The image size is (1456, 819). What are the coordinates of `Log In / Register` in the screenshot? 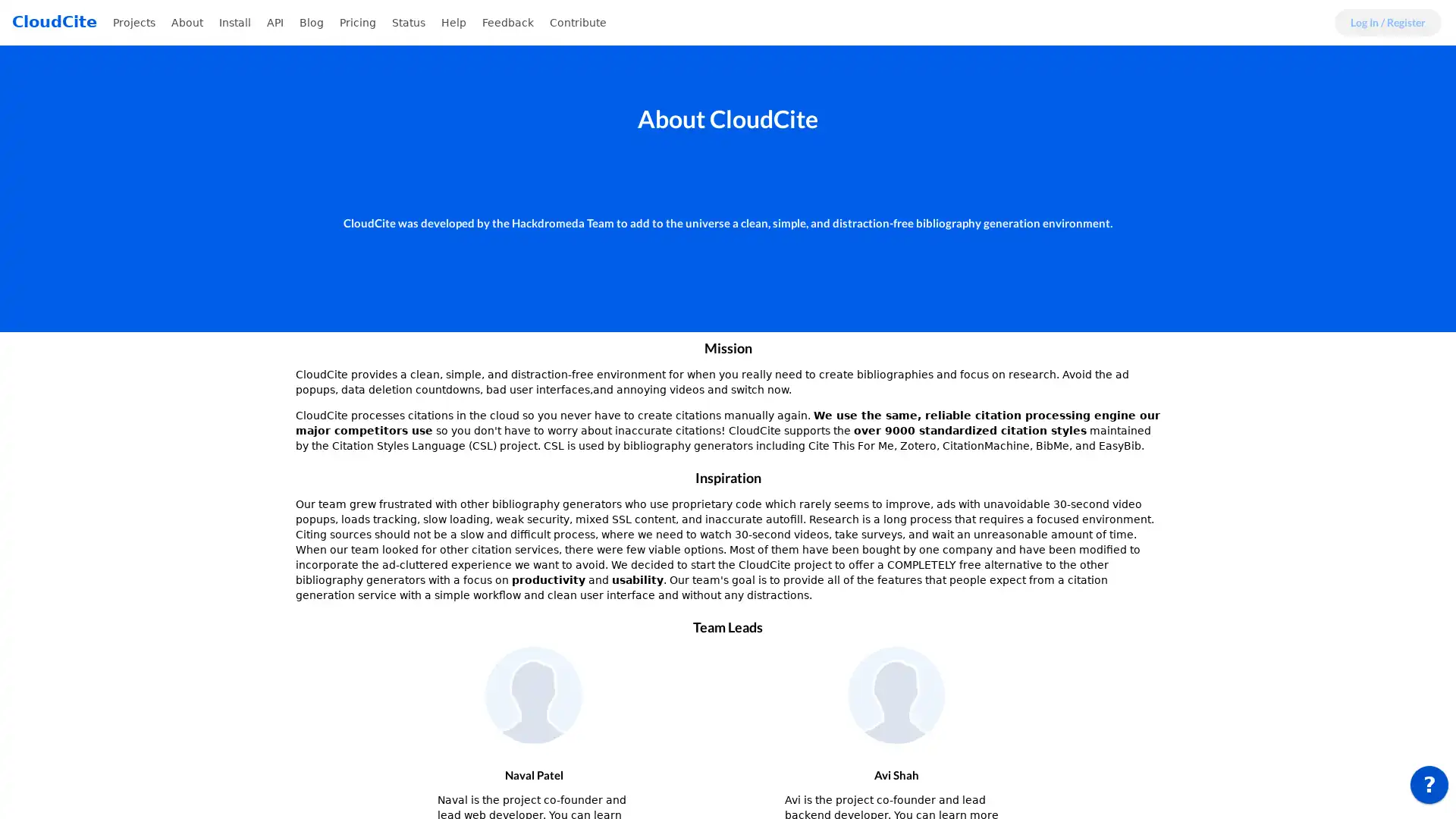 It's located at (1388, 23).